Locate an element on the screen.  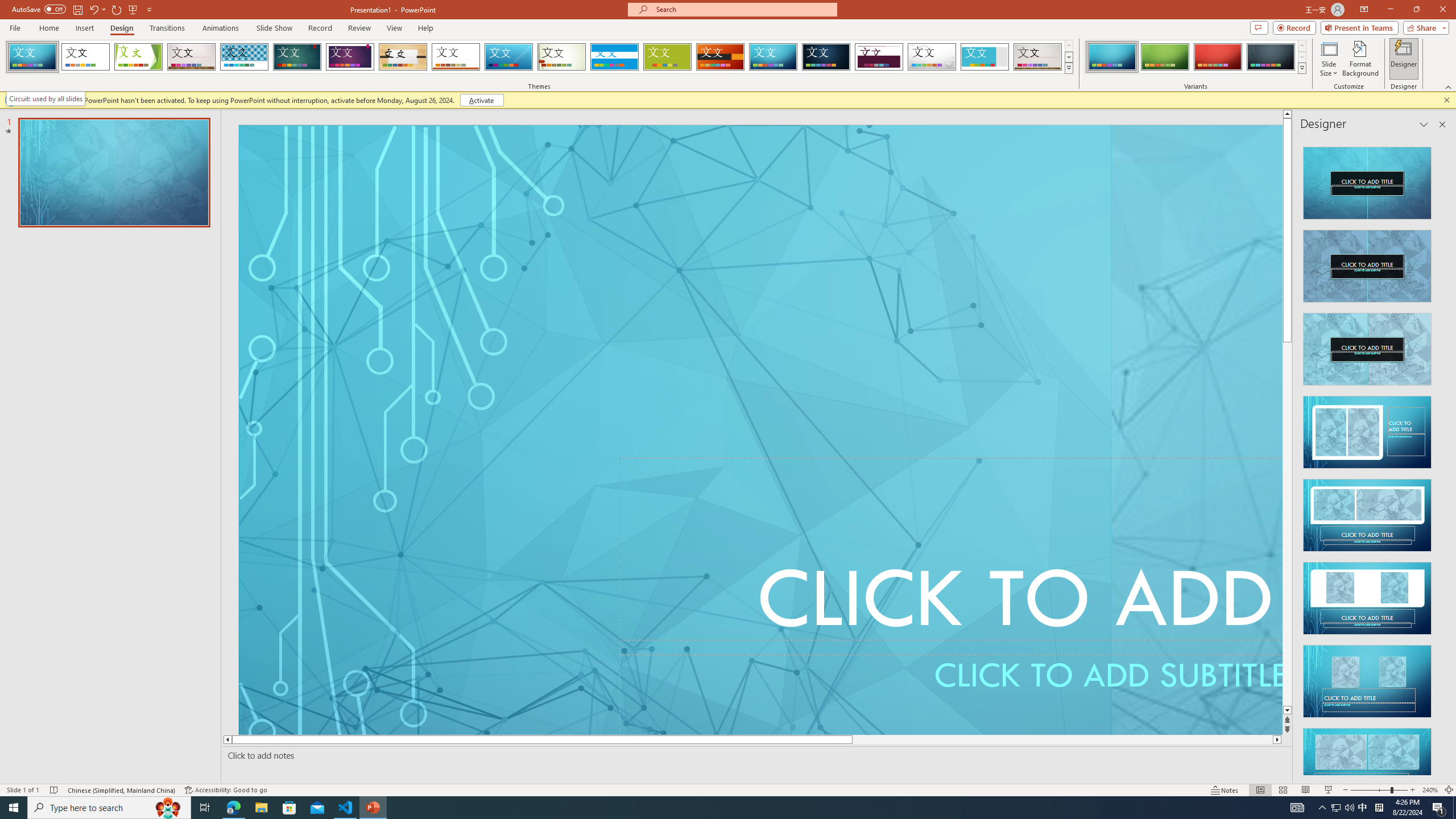
'FadeVTI' is located at coordinates (32, 56).